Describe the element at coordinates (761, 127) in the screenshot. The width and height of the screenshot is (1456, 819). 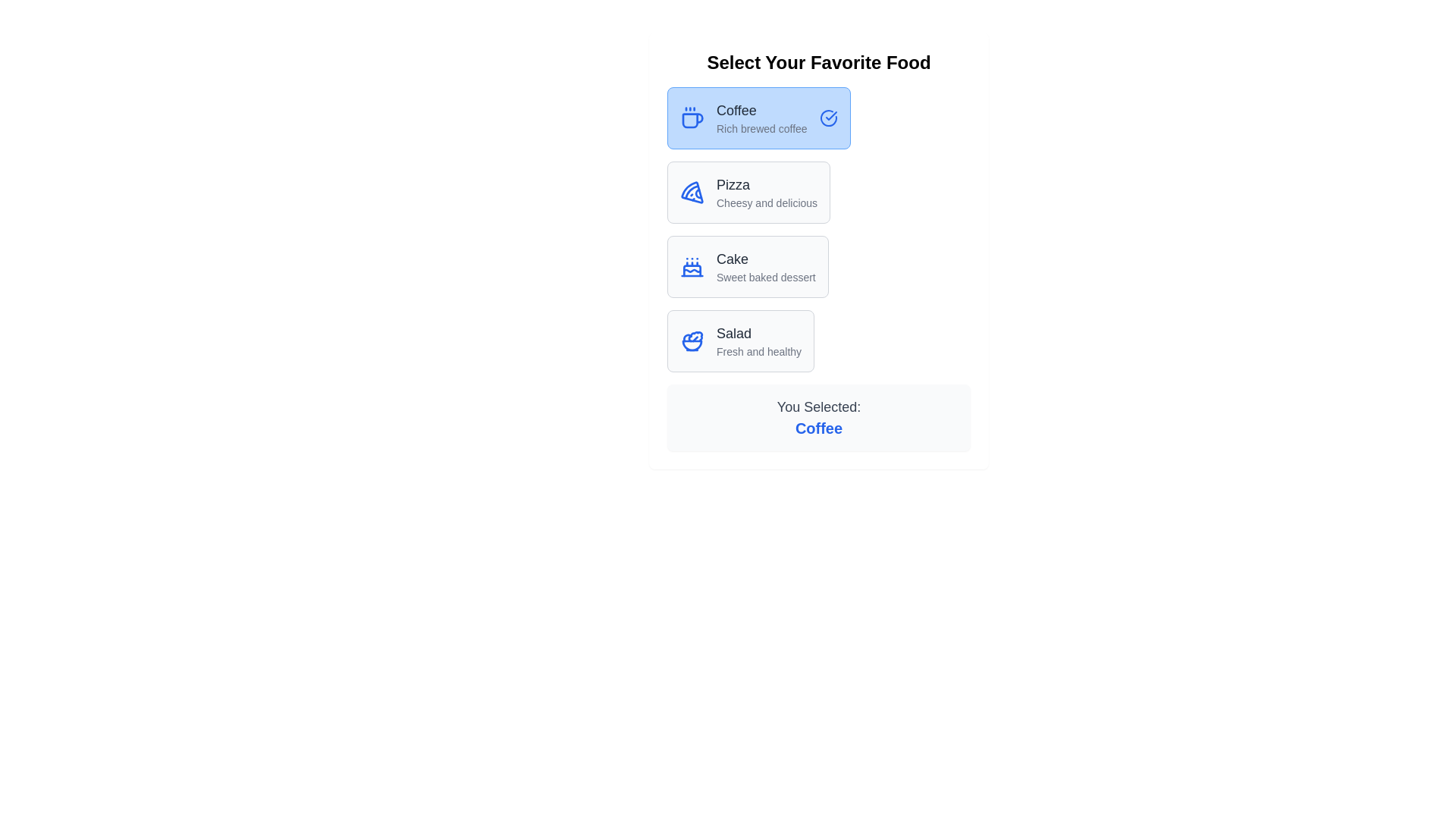
I see `the descriptive label for the 'Coffee' option, which is located directly below the 'Coffee' text in the topmost selection box` at that location.